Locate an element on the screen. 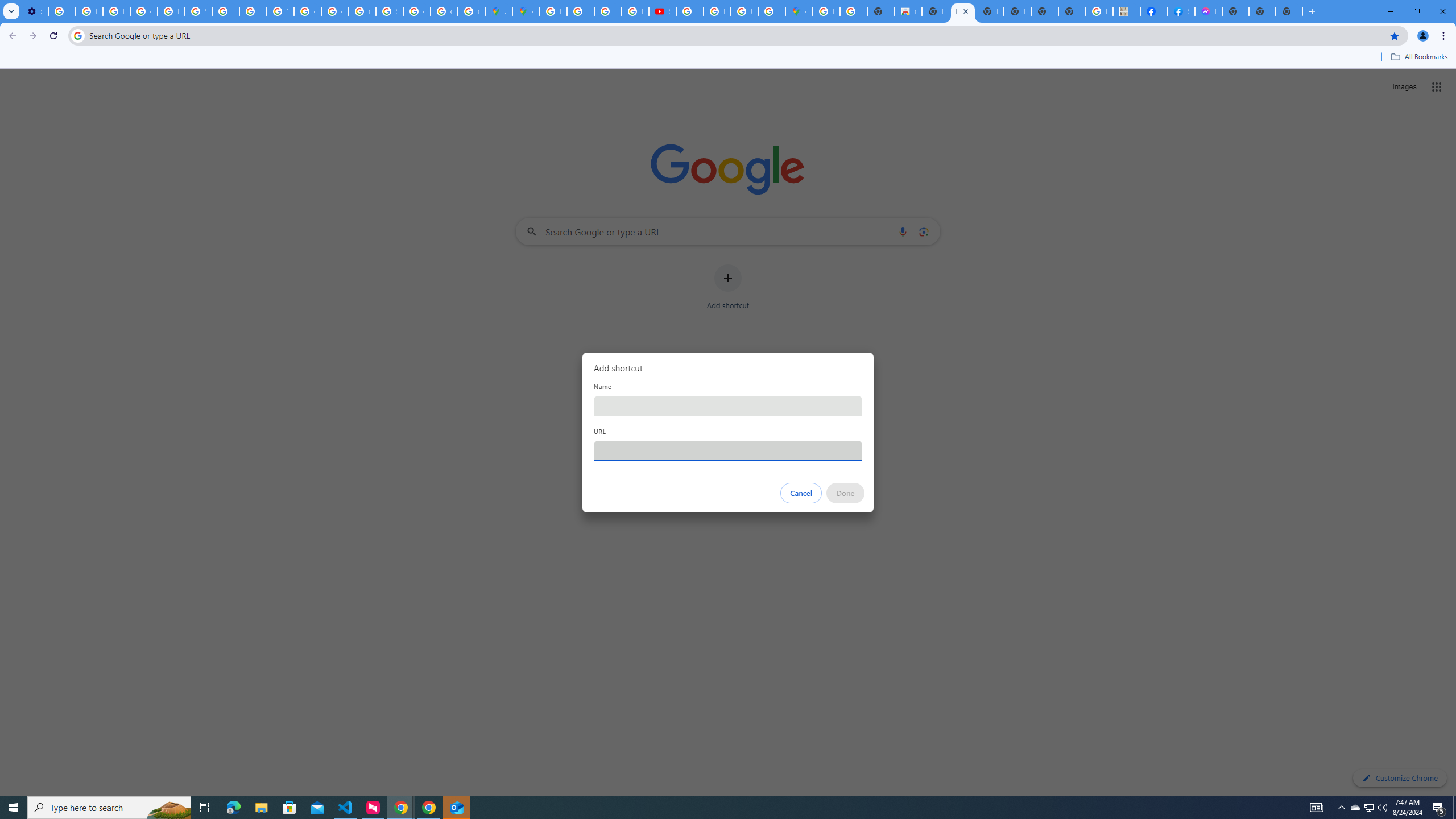 The image size is (1456, 819). 'Settings - Customize profile' is located at coordinates (35, 11).